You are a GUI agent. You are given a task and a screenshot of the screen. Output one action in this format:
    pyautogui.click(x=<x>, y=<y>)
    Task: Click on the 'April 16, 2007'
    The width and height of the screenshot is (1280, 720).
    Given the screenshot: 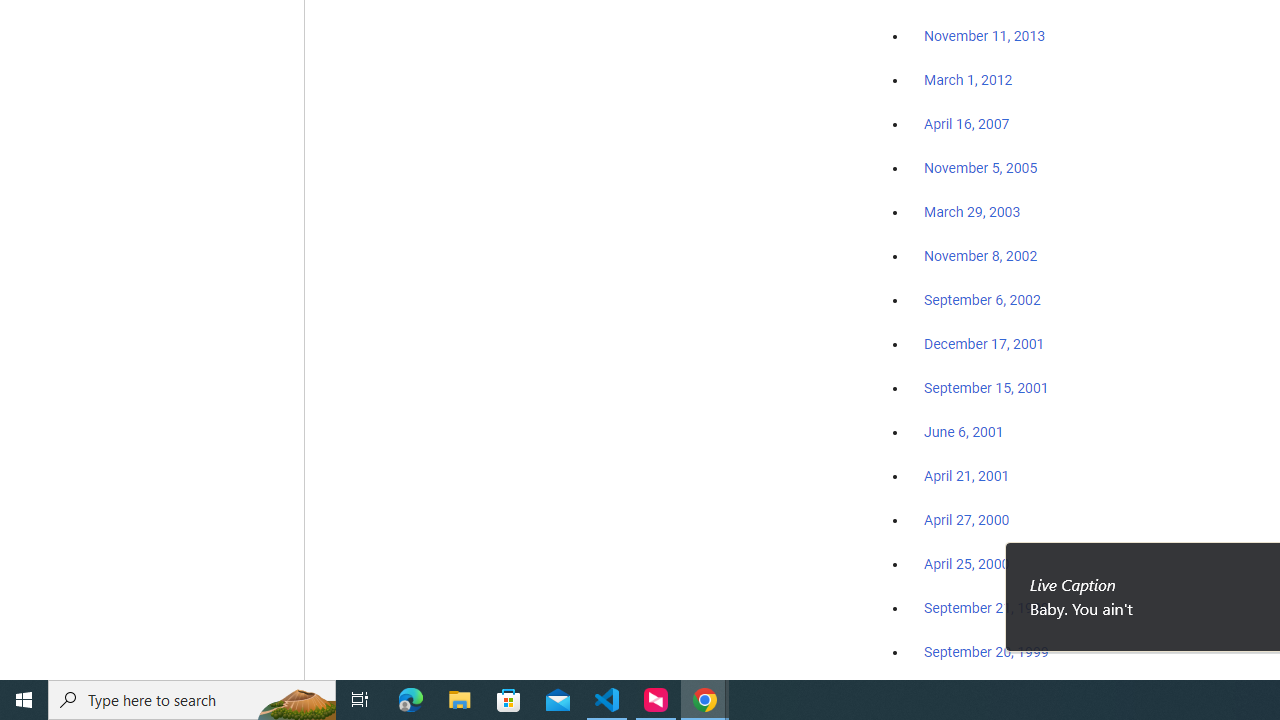 What is the action you would take?
    pyautogui.click(x=967, y=124)
    